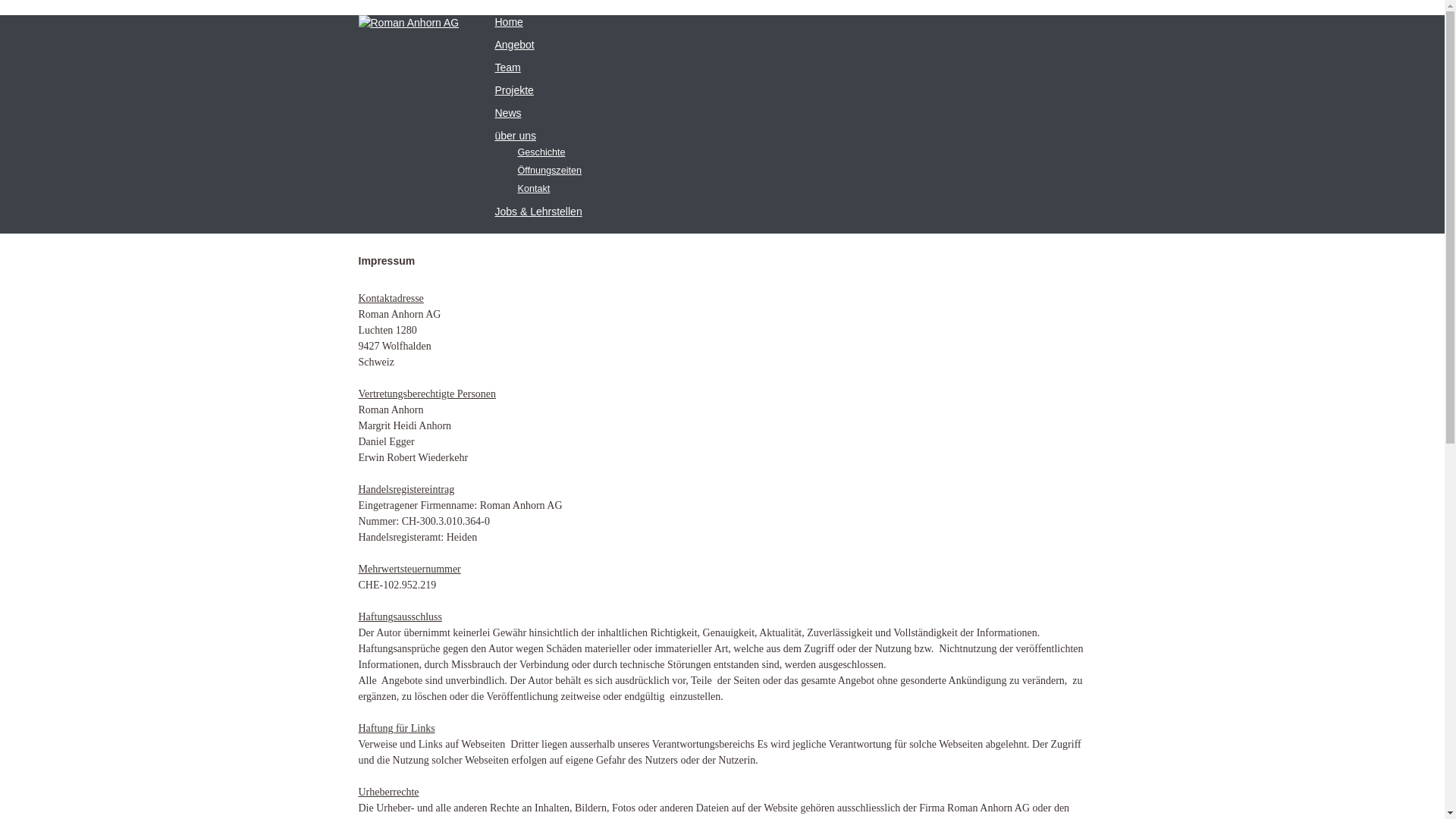 The height and width of the screenshot is (819, 1456). Describe the element at coordinates (507, 66) in the screenshot. I see `'Team'` at that location.